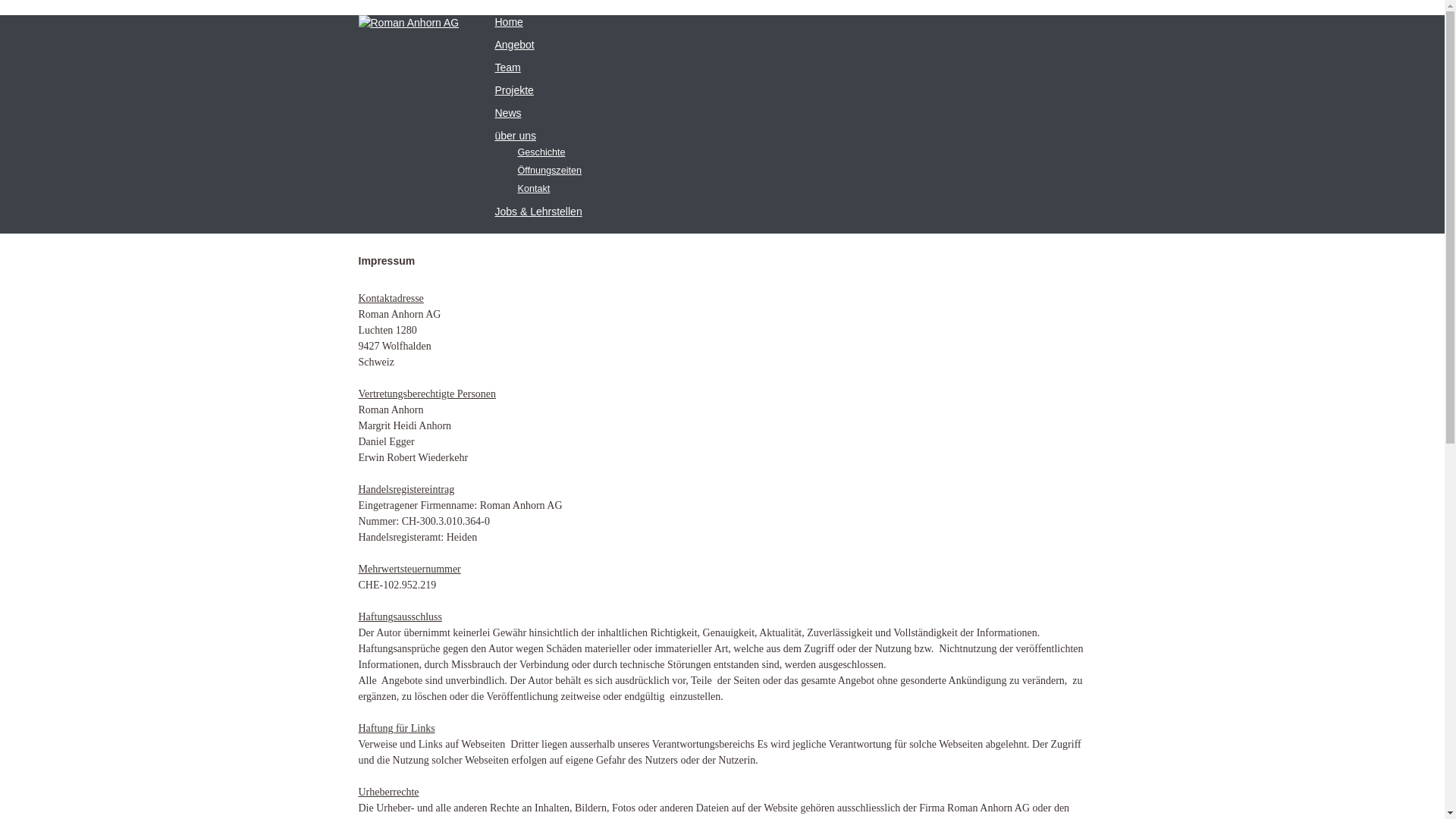 The height and width of the screenshot is (819, 1456). Describe the element at coordinates (507, 66) in the screenshot. I see `'Team'` at that location.